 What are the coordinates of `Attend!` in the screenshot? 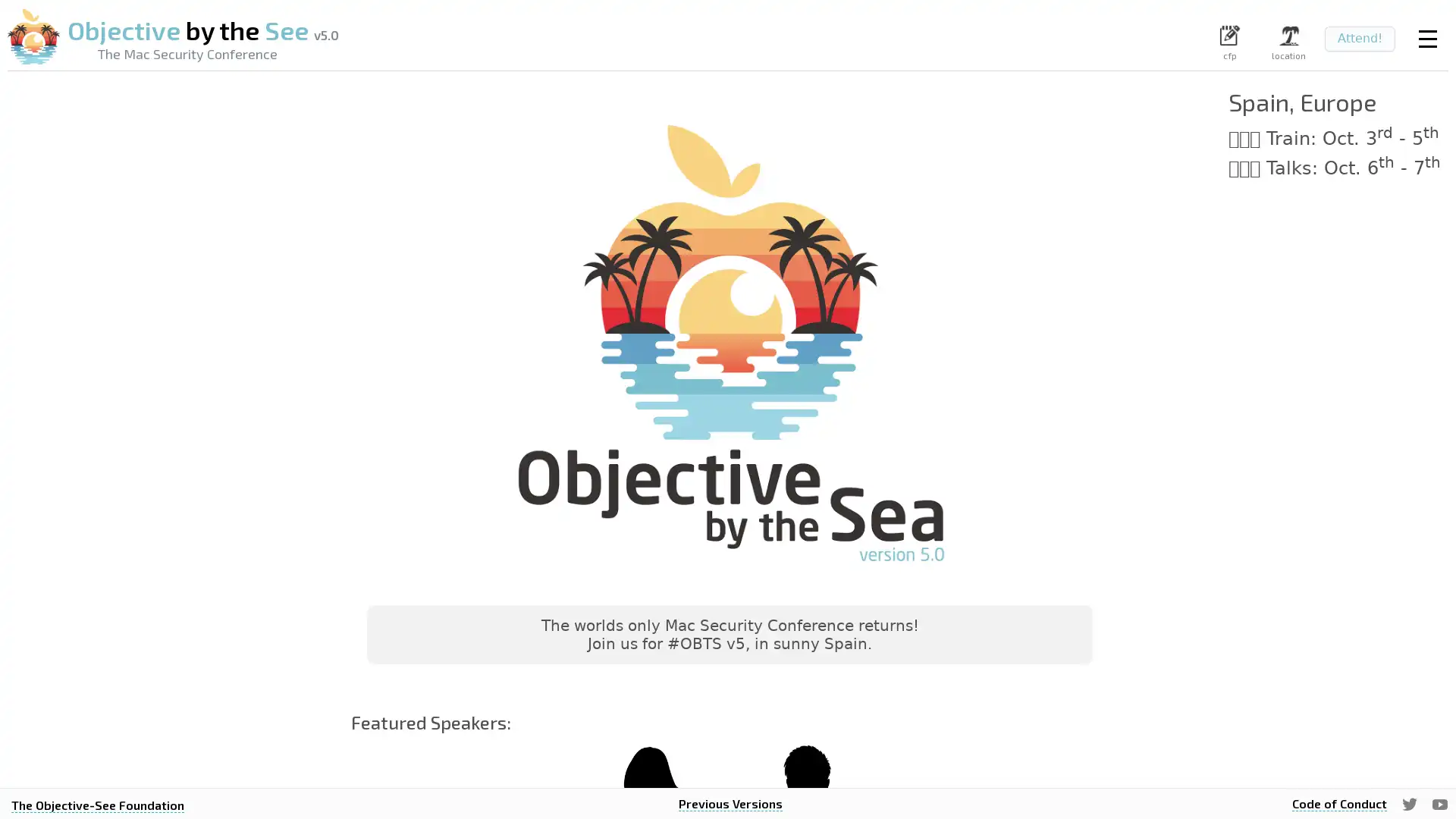 It's located at (1360, 38).